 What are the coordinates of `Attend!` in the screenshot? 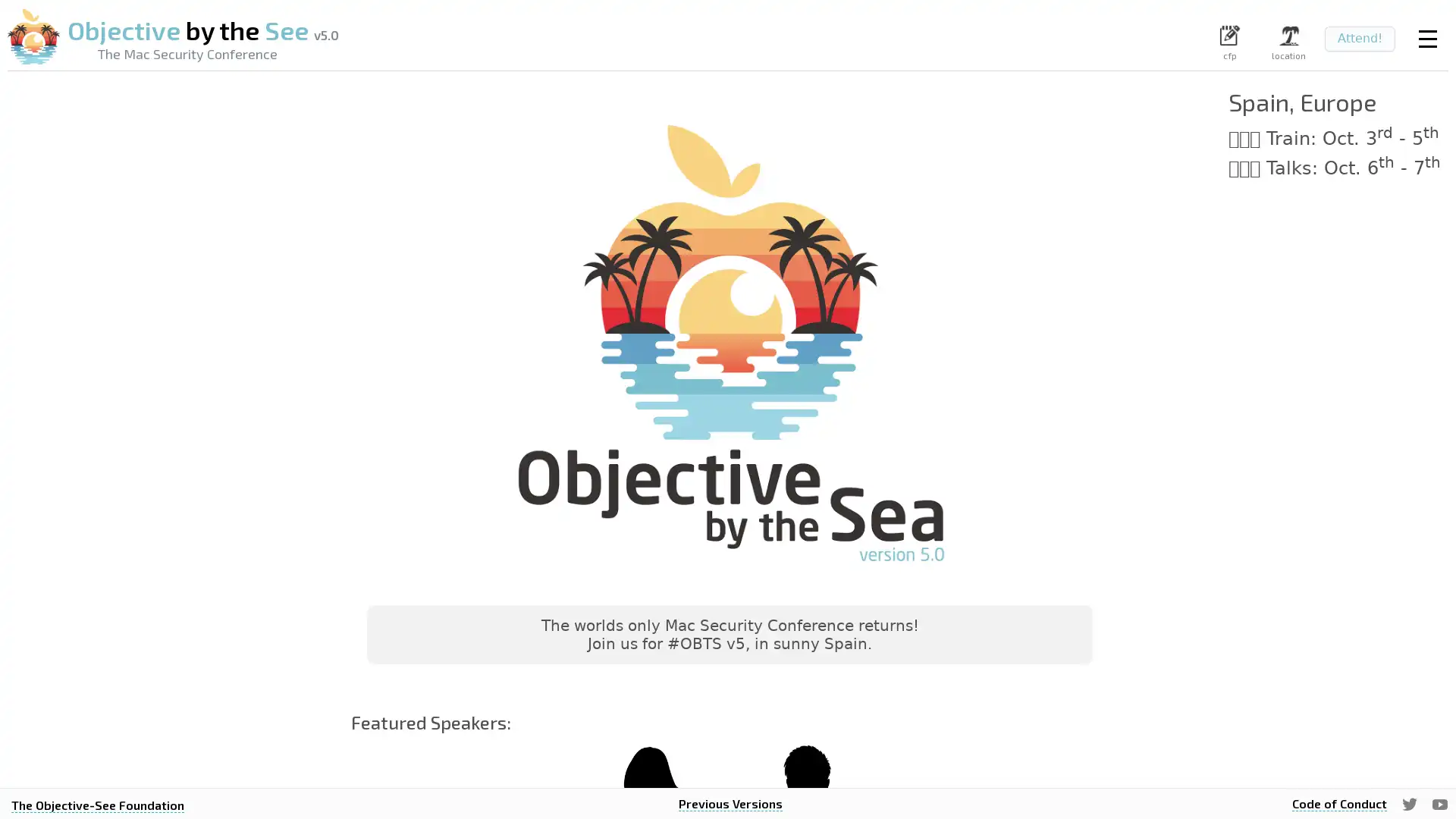 It's located at (1360, 38).